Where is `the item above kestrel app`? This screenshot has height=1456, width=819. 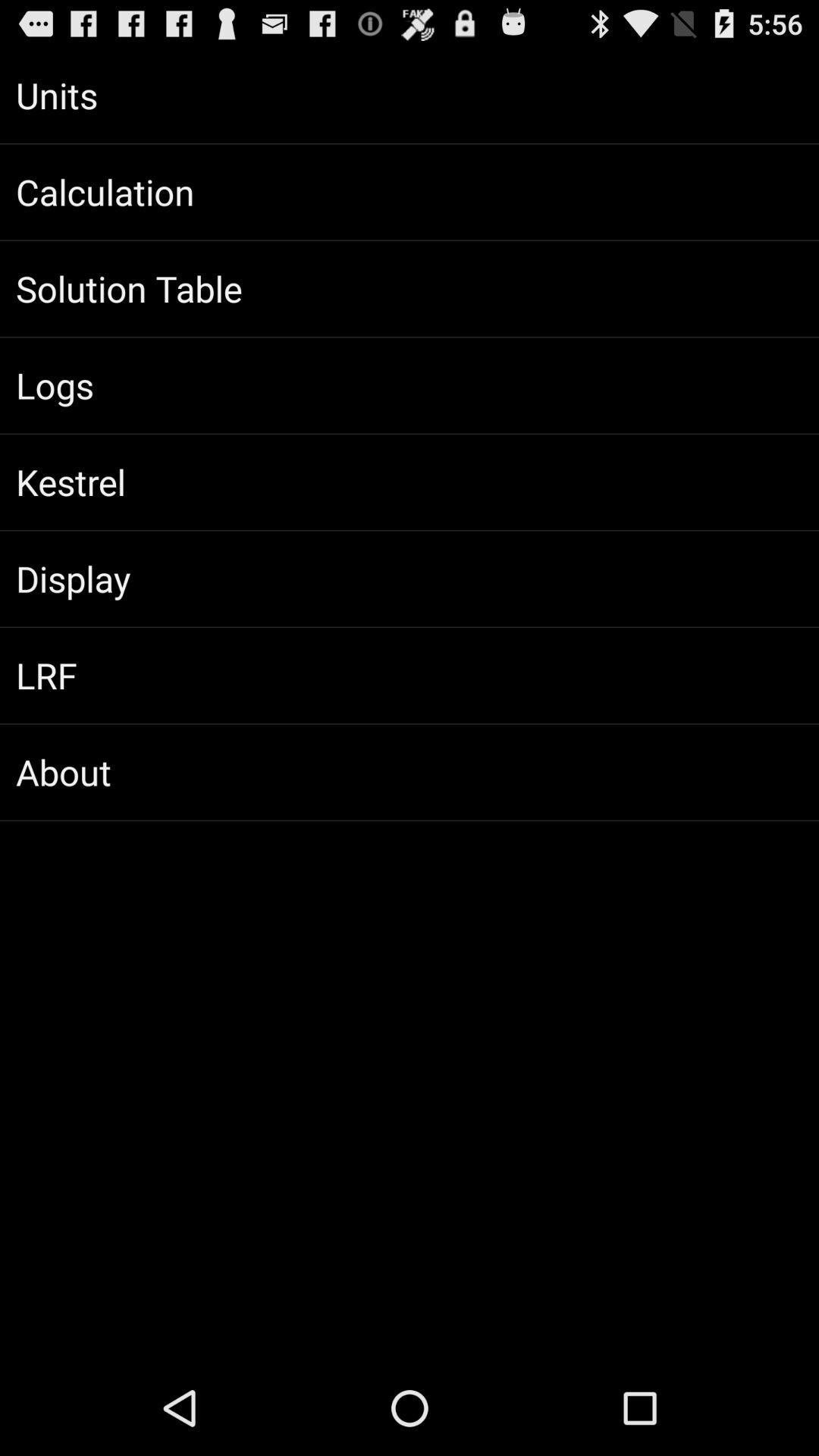
the item above kestrel app is located at coordinates (409, 385).